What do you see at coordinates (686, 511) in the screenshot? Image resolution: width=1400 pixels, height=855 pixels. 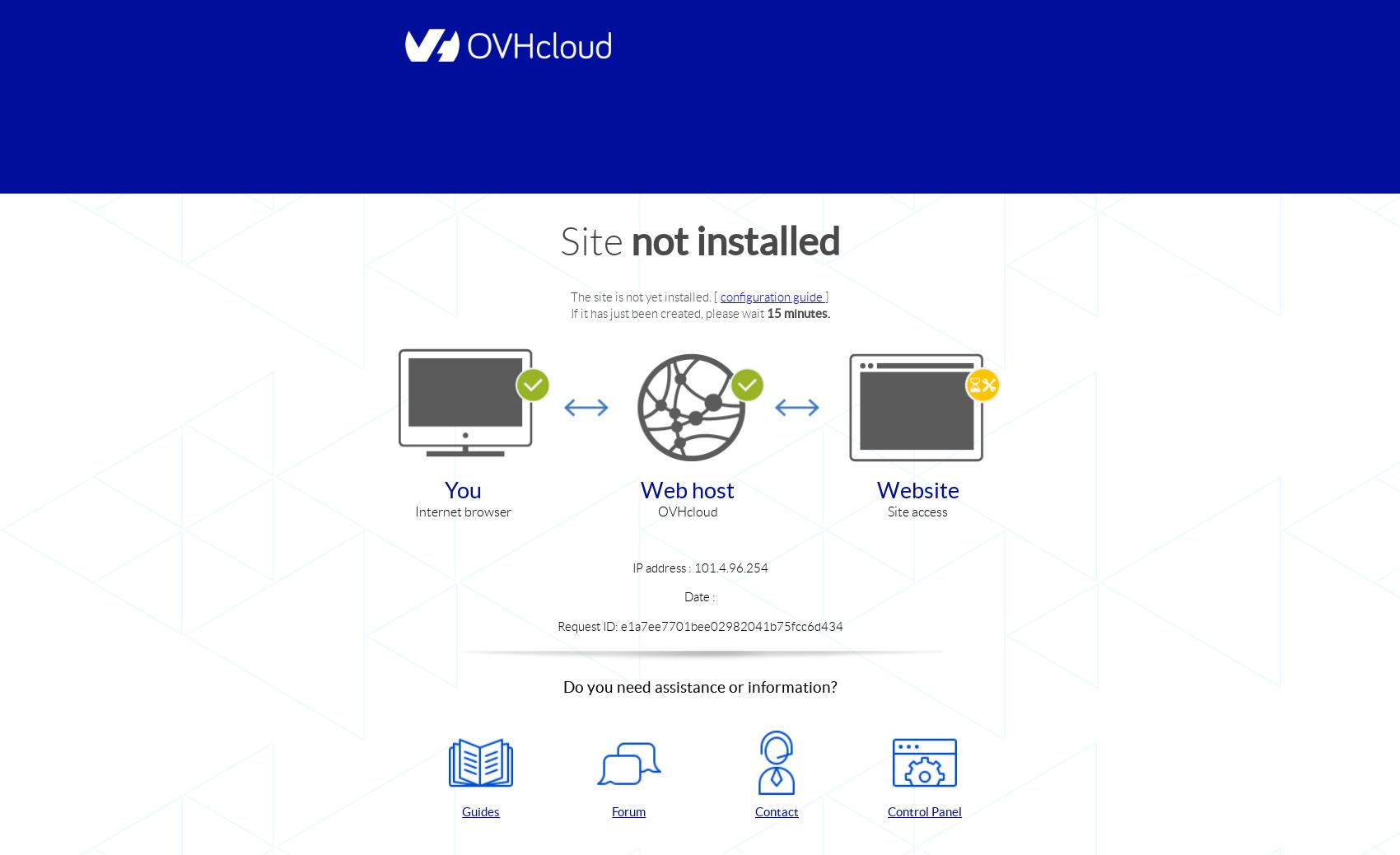 I see `'OVHcloud'` at bounding box center [686, 511].